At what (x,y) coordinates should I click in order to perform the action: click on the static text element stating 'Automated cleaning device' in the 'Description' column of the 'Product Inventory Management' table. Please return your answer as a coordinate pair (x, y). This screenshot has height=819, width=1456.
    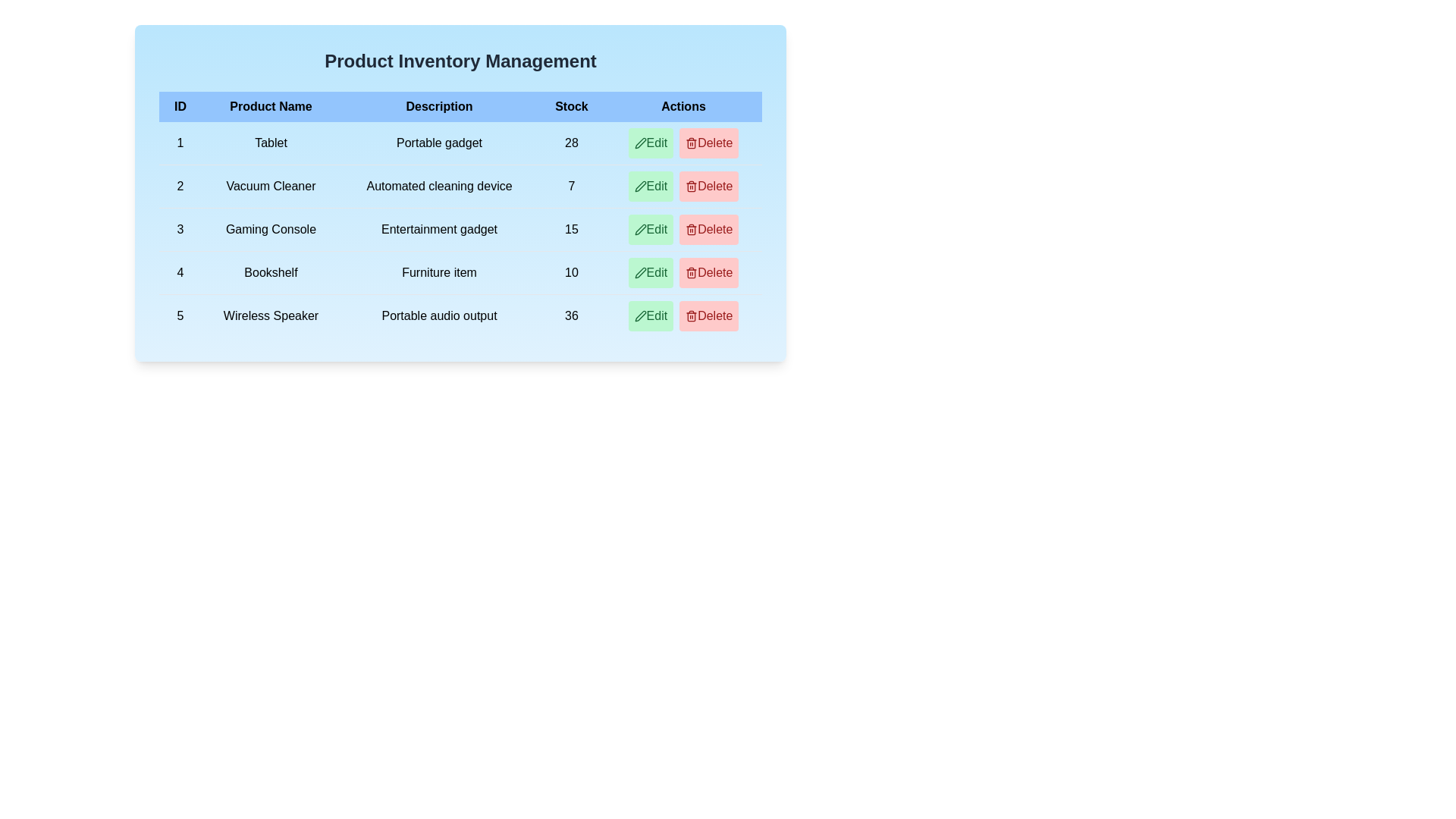
    Looking at the image, I should click on (438, 186).